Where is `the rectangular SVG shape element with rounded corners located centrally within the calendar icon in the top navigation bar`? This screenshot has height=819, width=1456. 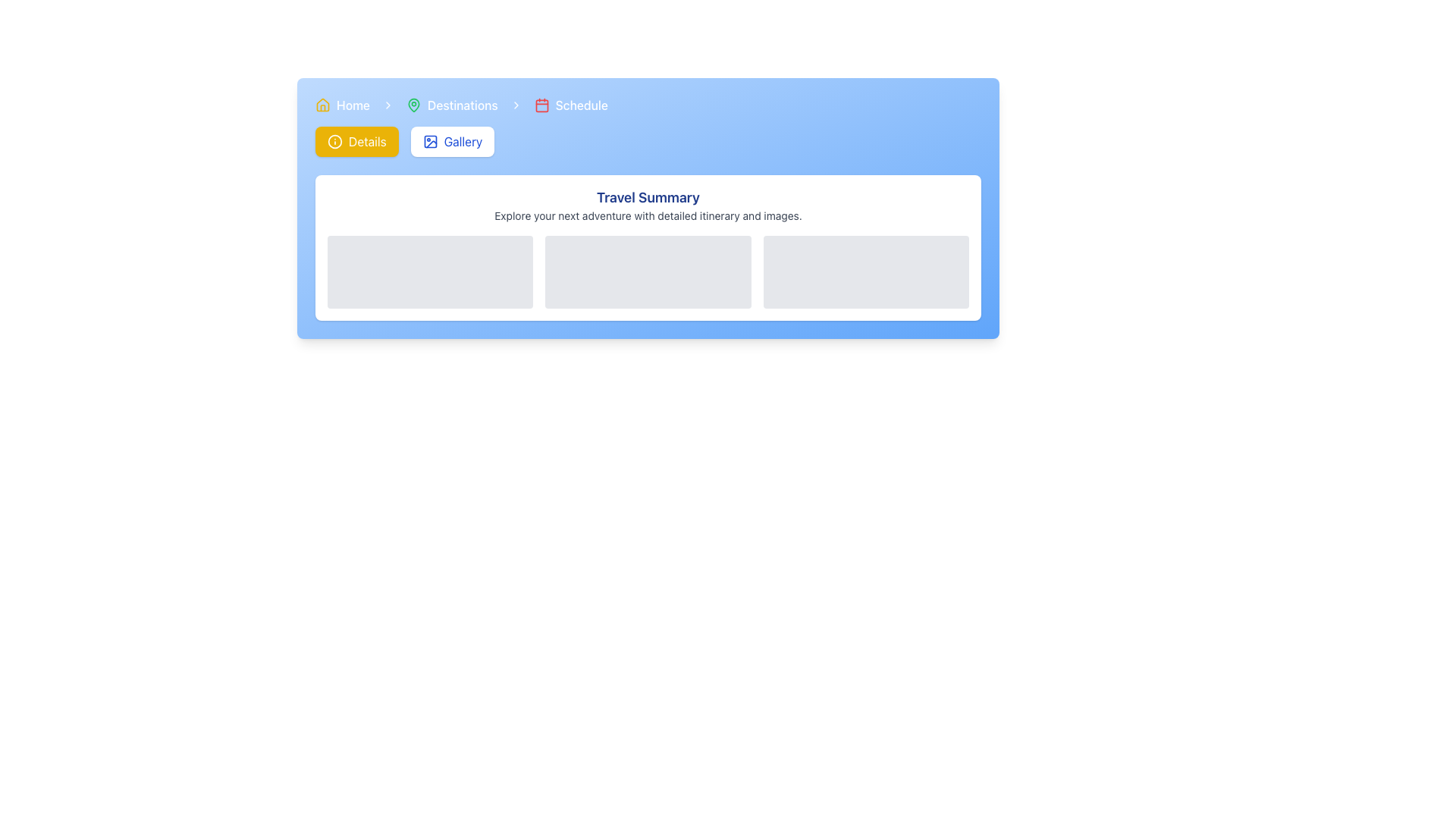 the rectangular SVG shape element with rounded corners located centrally within the calendar icon in the top navigation bar is located at coordinates (541, 105).